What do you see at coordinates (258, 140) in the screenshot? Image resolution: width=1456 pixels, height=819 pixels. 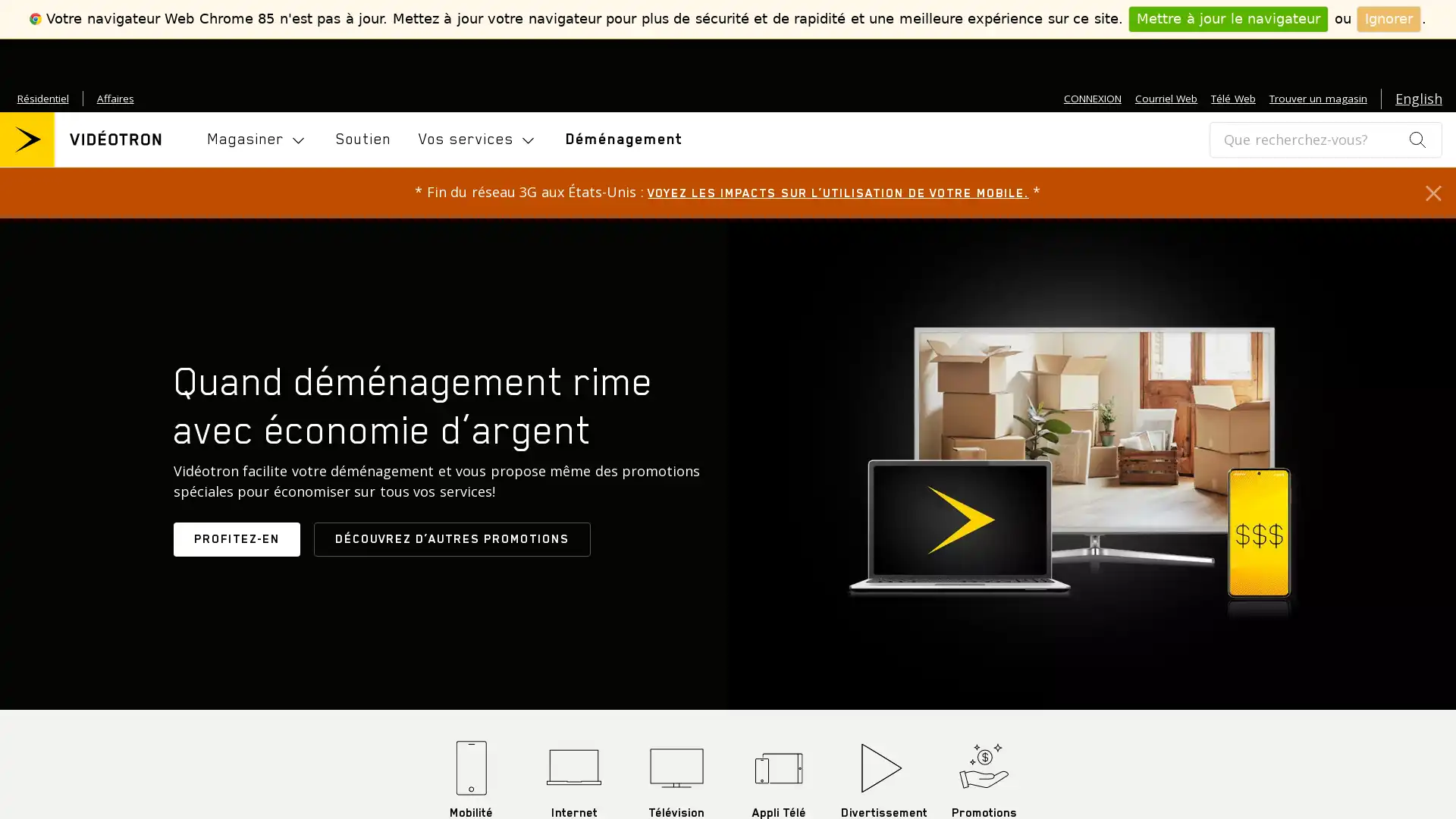 I see `Toggle navigation` at bounding box center [258, 140].